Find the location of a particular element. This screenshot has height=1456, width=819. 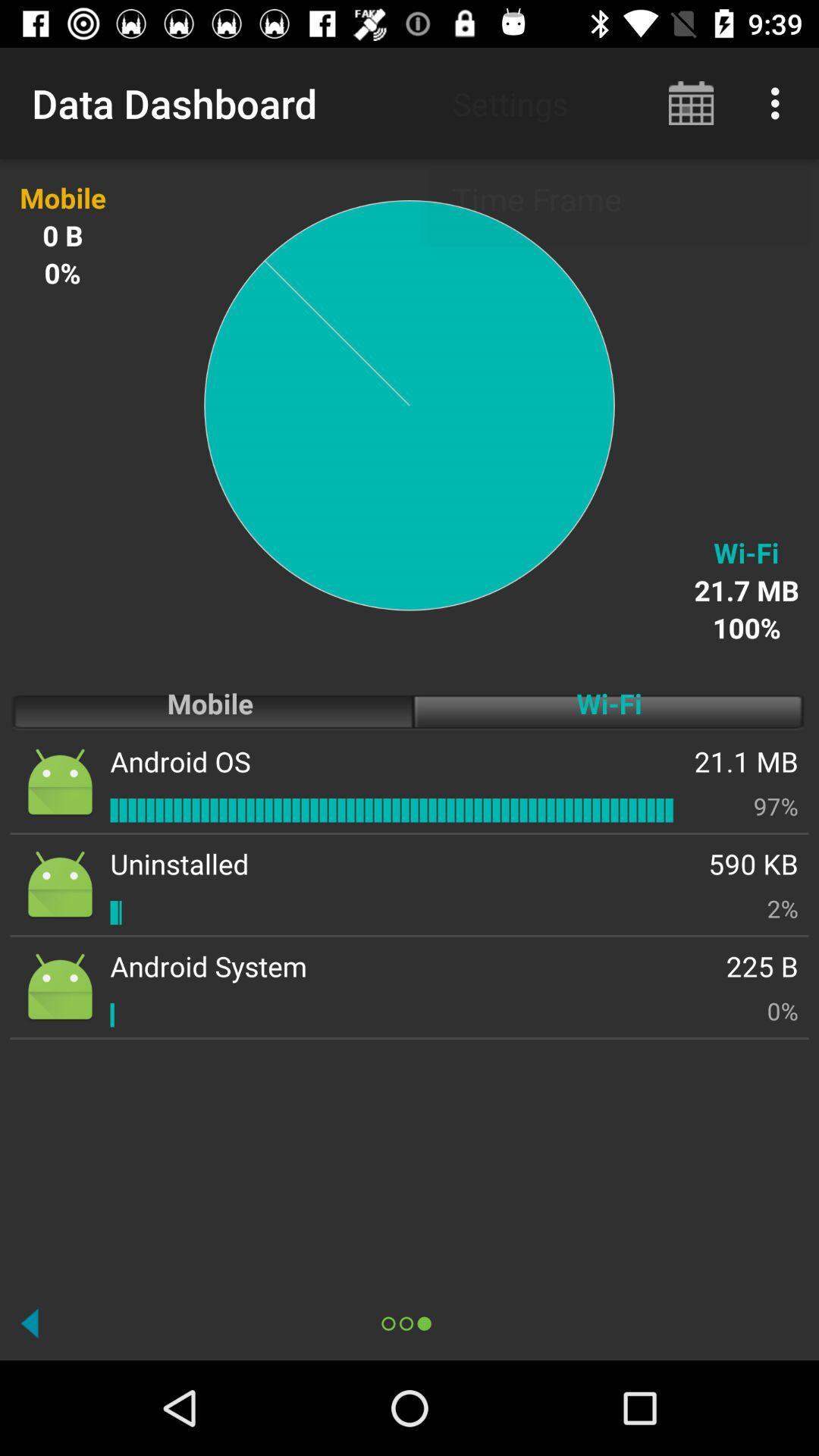

the icon next to the 225 b icon is located at coordinates (209, 965).